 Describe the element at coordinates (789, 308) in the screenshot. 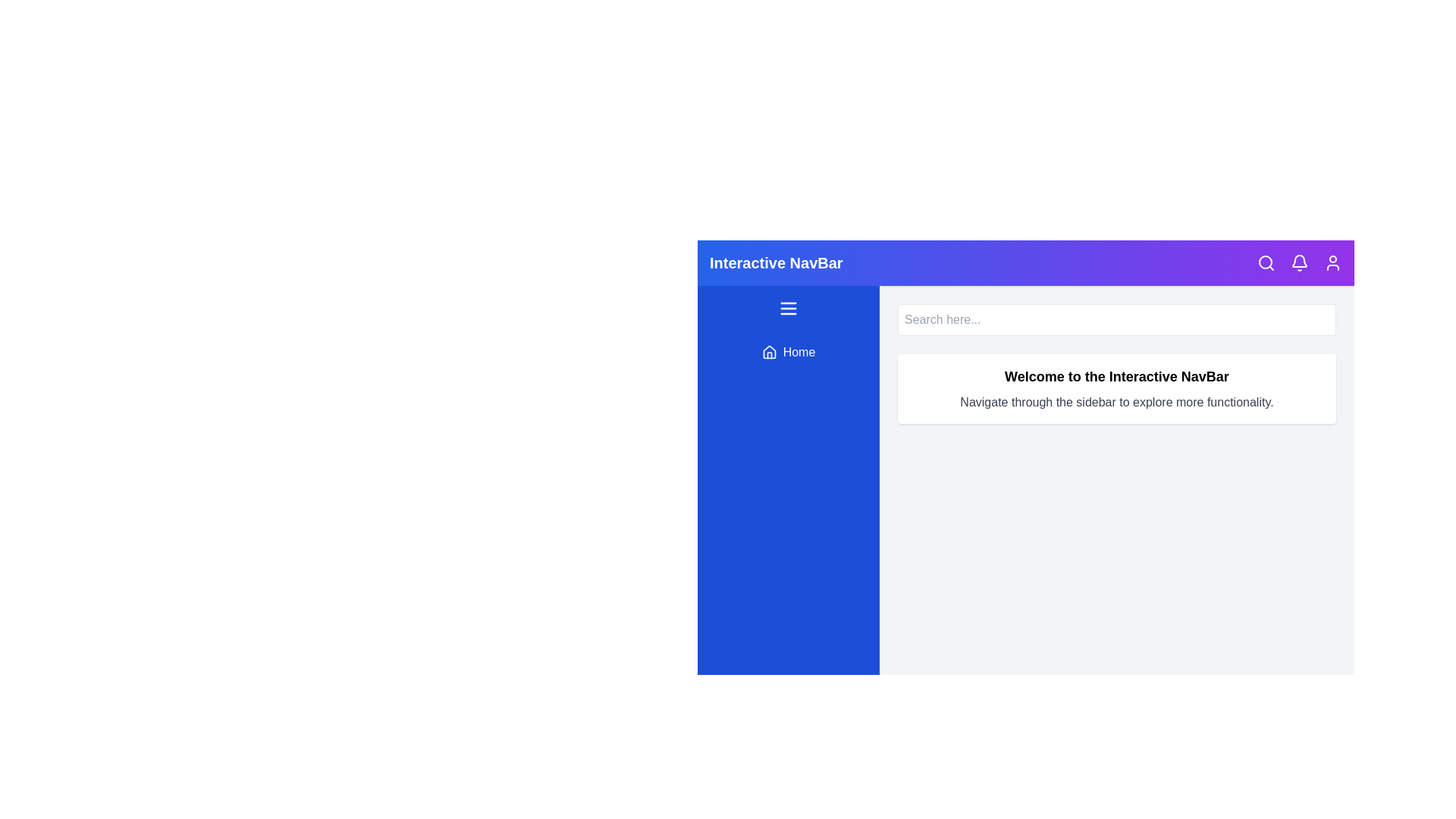

I see `the menu icon to toggle the sidebar visibility` at that location.